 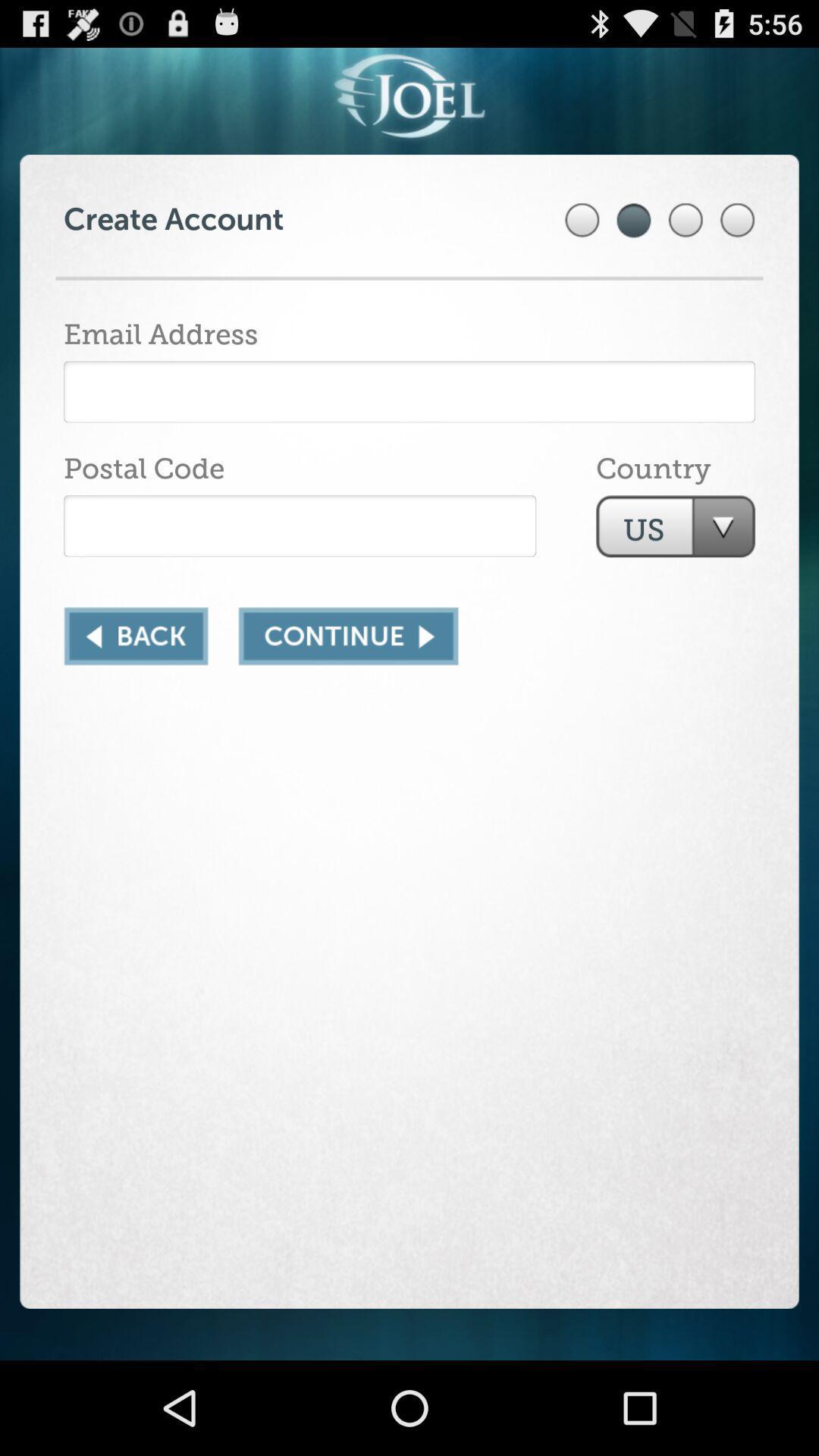 What do you see at coordinates (409, 391) in the screenshot?
I see `your email` at bounding box center [409, 391].